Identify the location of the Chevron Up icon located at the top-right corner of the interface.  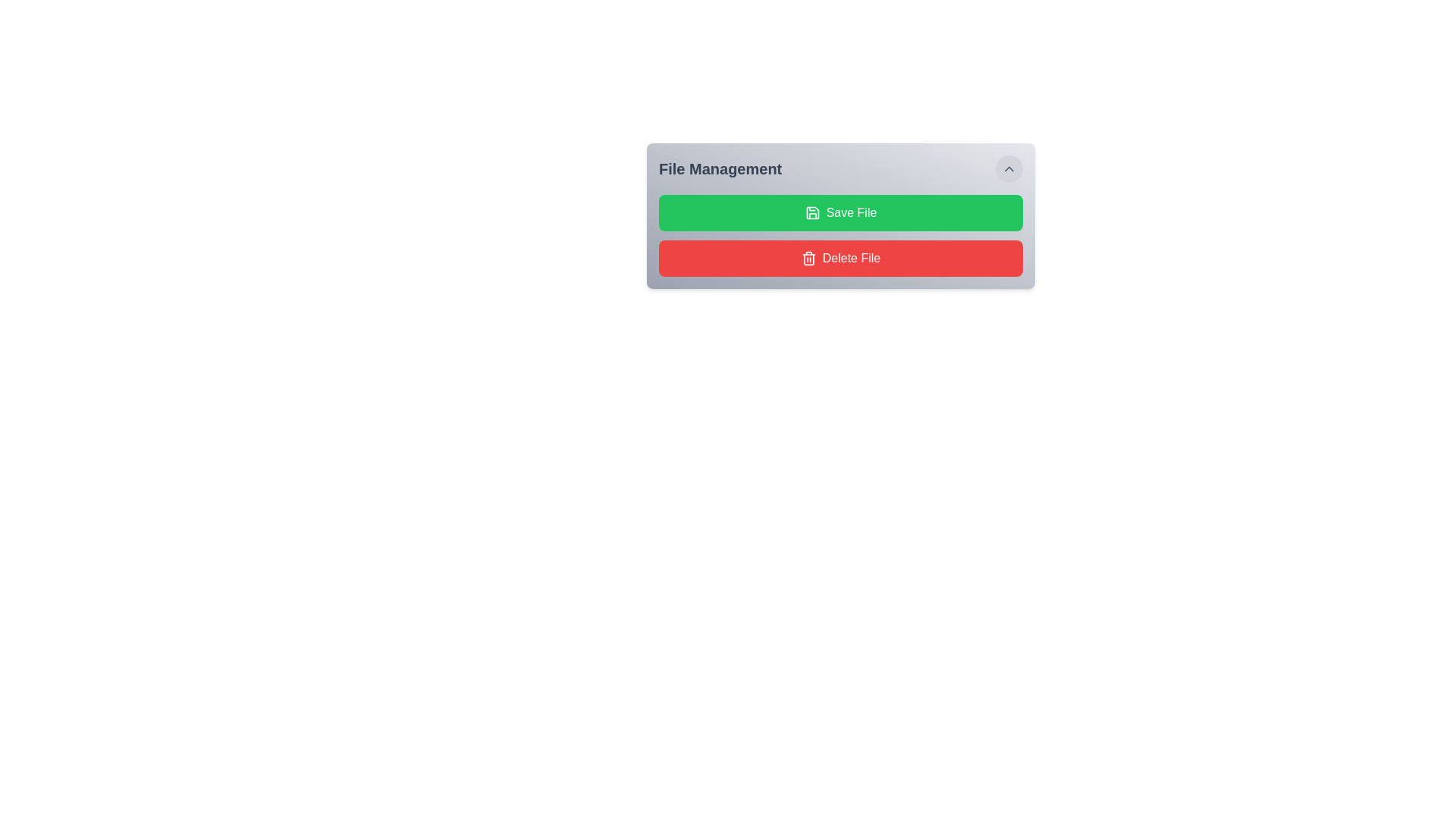
(1009, 169).